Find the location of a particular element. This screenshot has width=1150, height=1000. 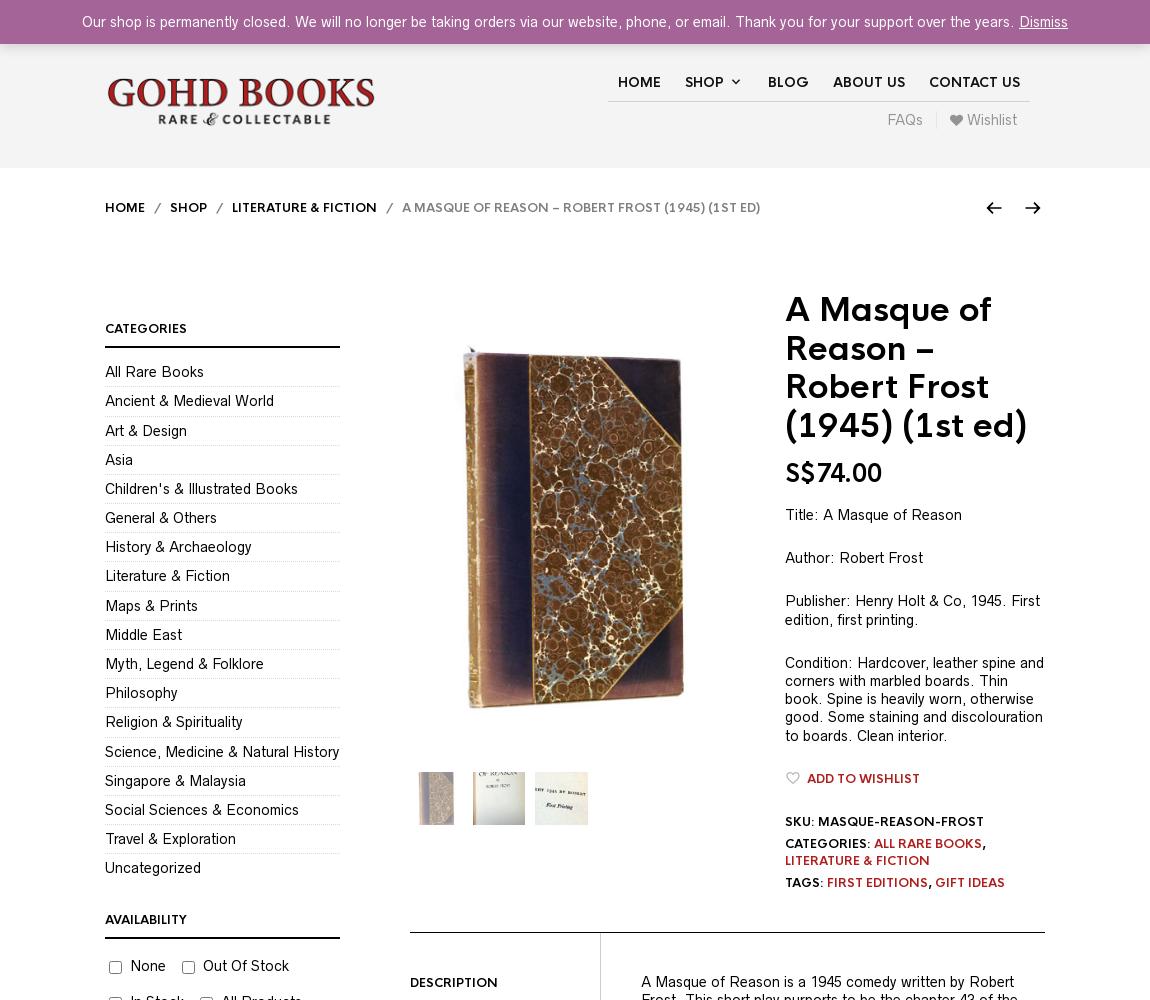

'About Us' is located at coordinates (869, 81).